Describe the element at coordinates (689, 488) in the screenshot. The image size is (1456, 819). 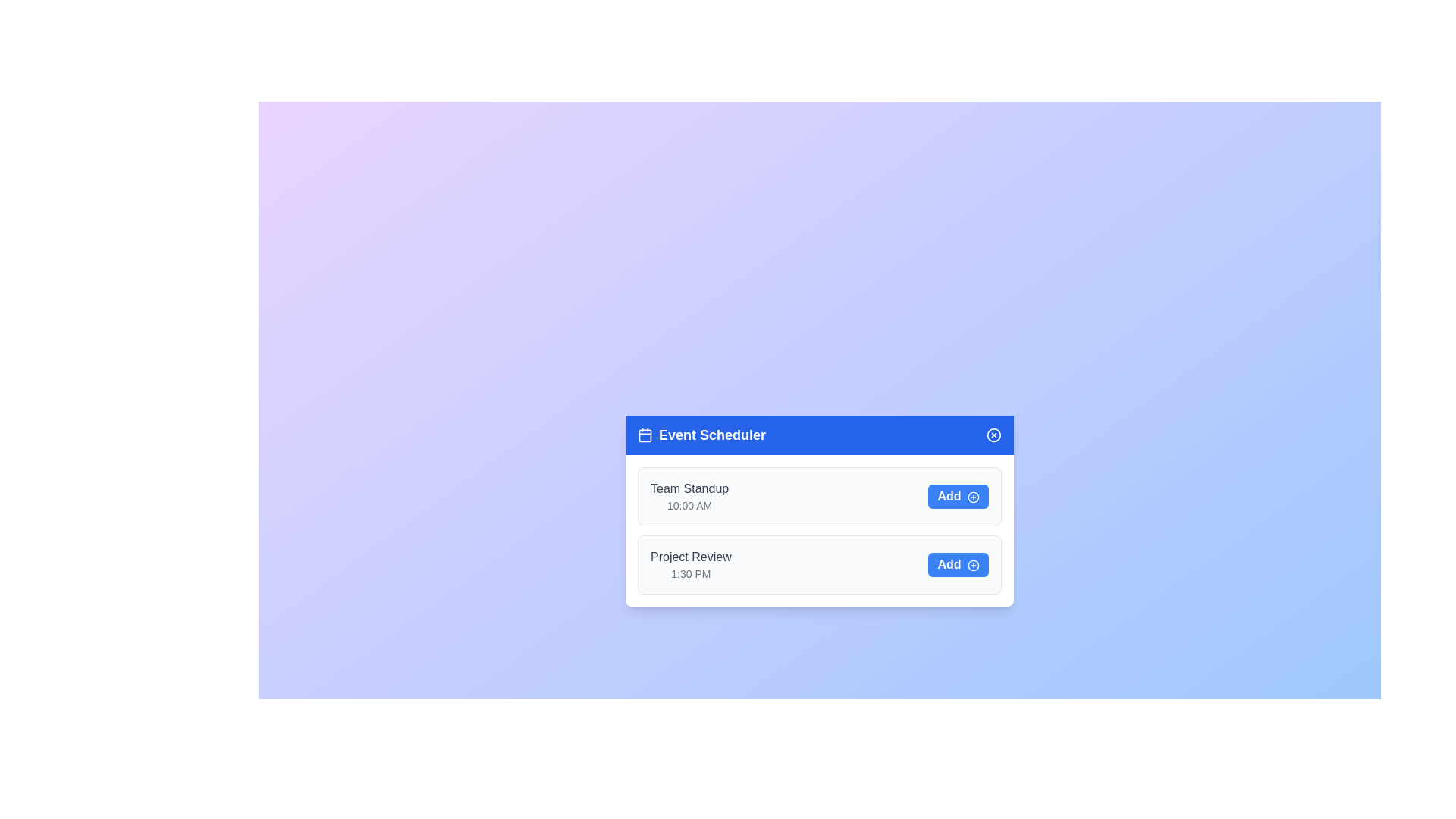
I see `the text of the event titled 'Team Standup'` at that location.